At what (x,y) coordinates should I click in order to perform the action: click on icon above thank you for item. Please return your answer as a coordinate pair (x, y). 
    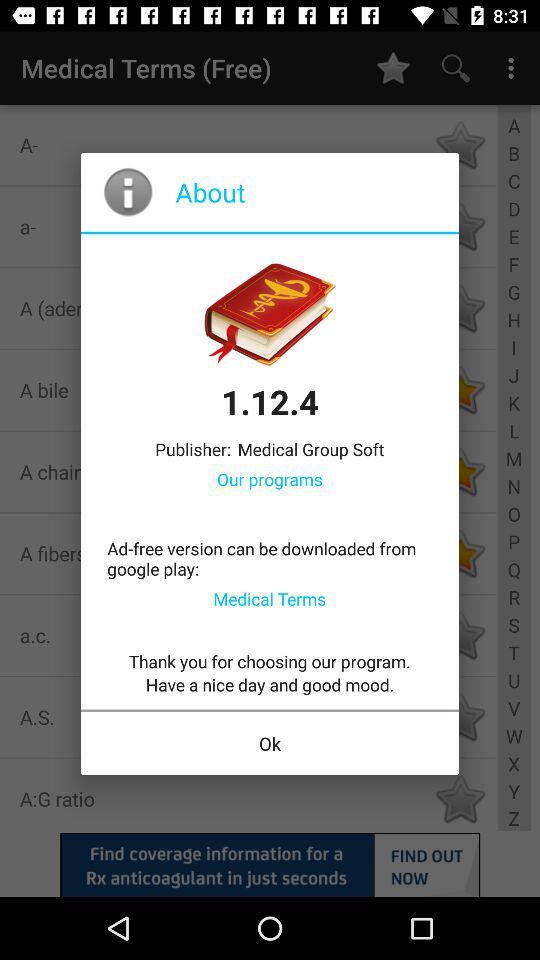
    Looking at the image, I should click on (269, 598).